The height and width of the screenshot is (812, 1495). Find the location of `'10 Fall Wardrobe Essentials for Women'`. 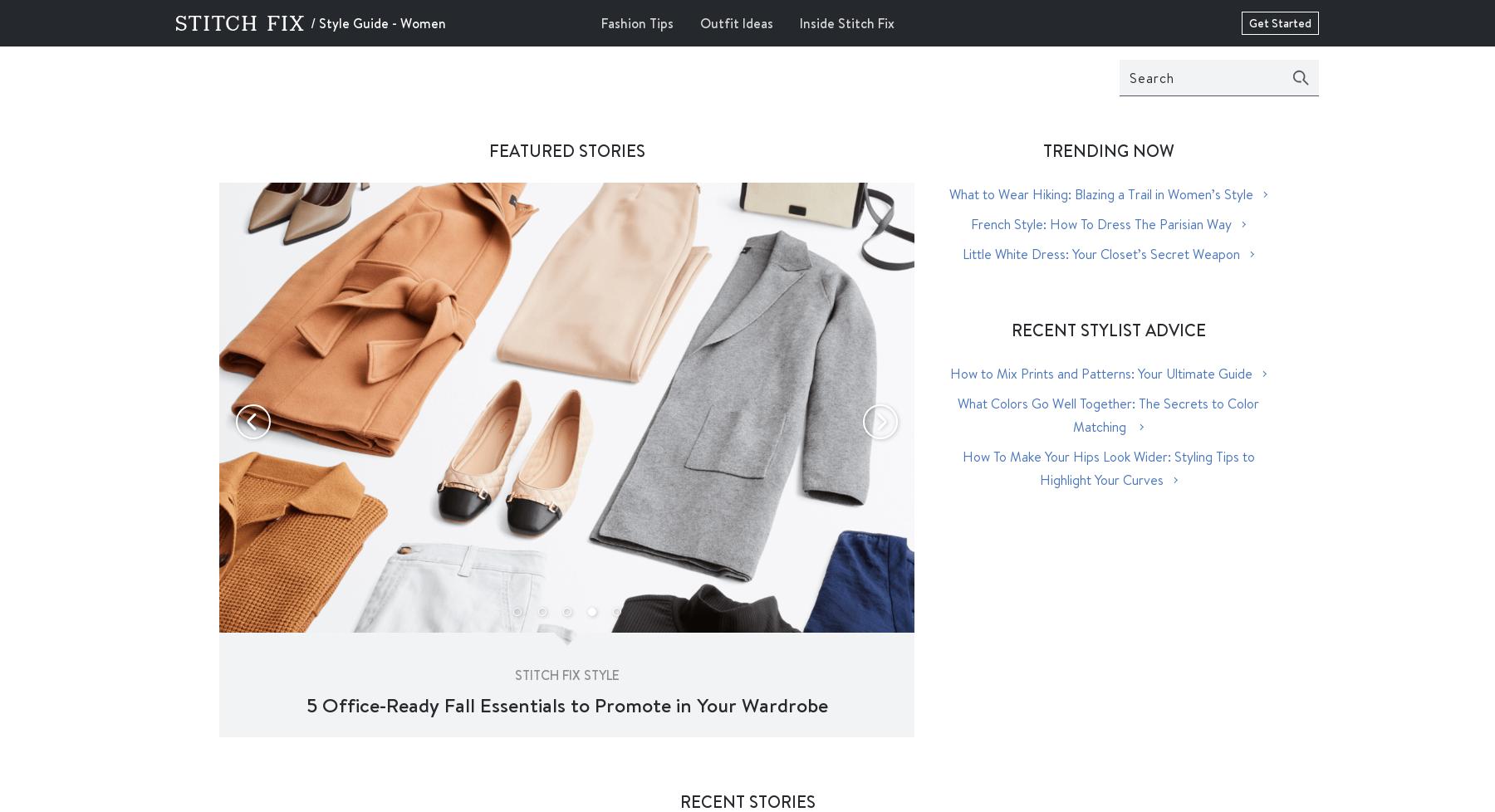

'10 Fall Wardrobe Essentials for Women' is located at coordinates (566, 703).